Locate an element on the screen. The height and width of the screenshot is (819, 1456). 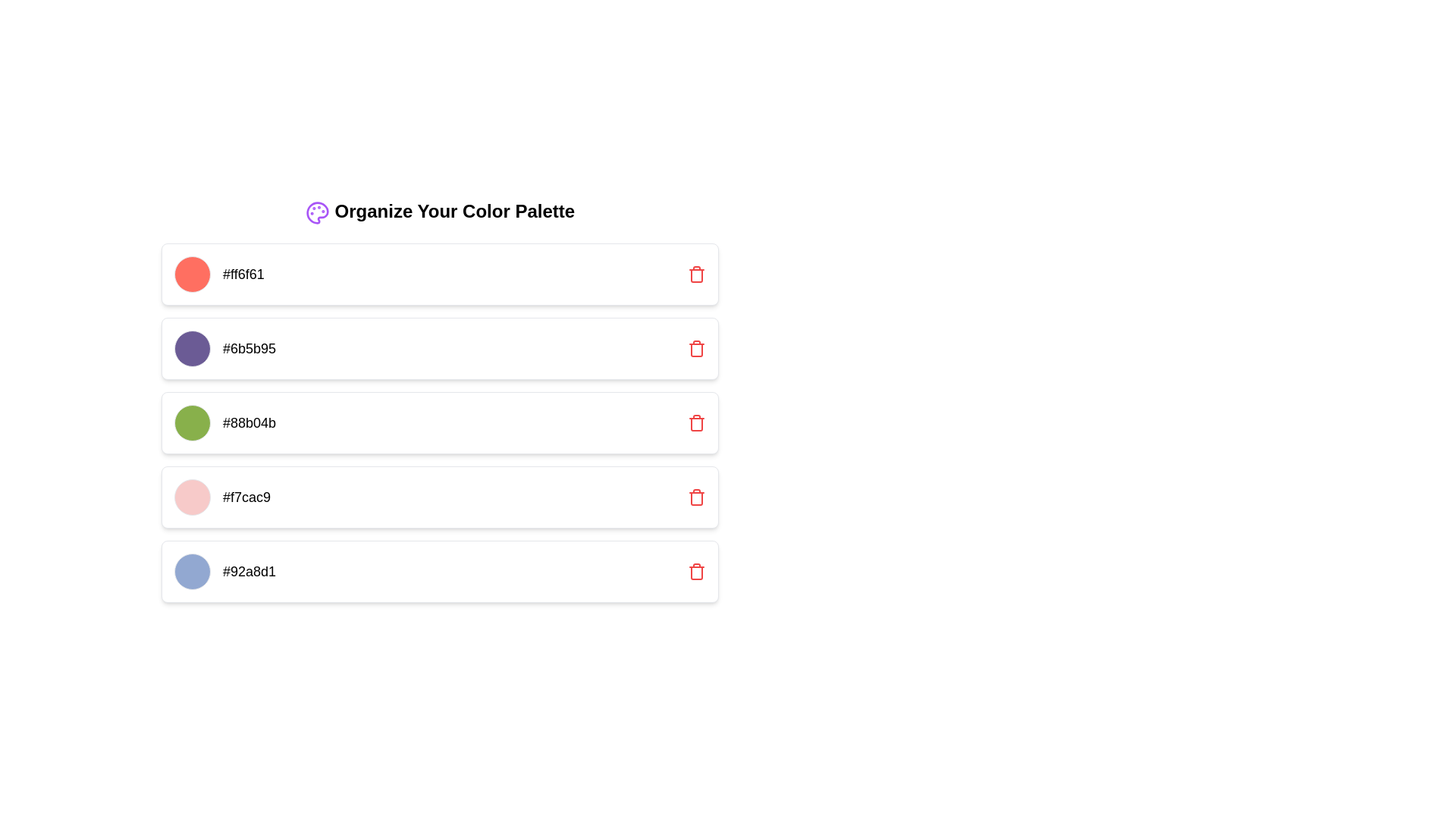
the artist's palette icon in purple, located to the left of the 'Organize Your Color Palette' title is located at coordinates (316, 212).